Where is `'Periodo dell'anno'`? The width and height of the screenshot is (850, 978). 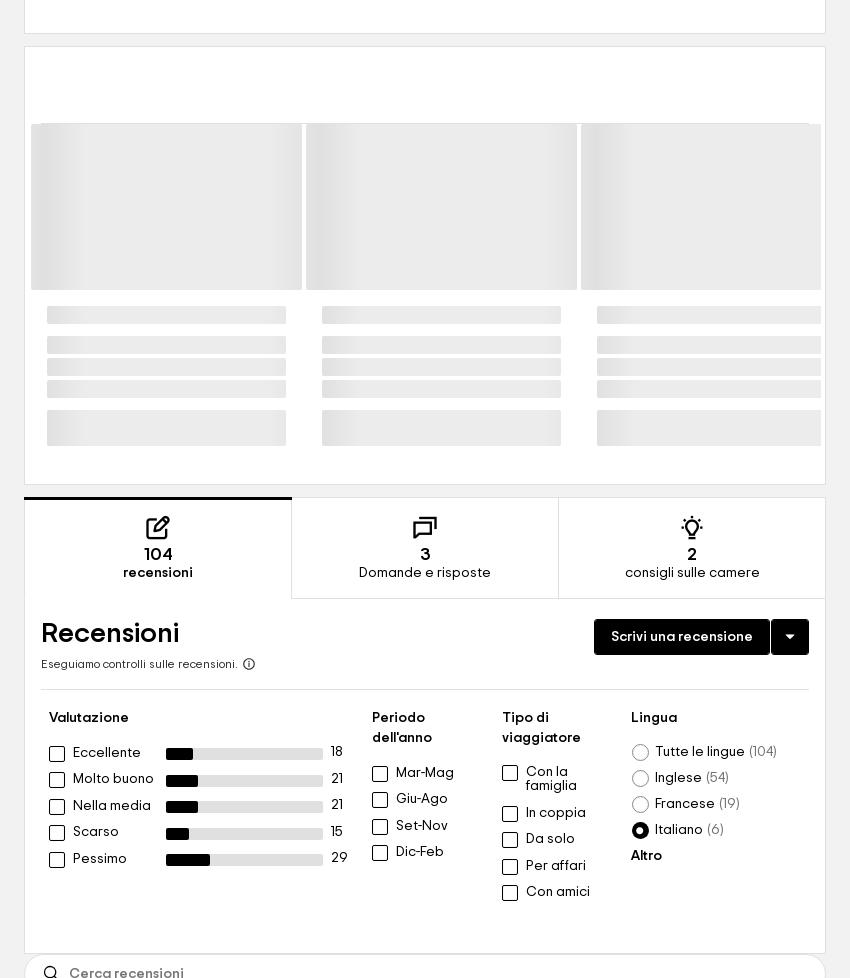
'Periodo dell'anno' is located at coordinates (401, 728).